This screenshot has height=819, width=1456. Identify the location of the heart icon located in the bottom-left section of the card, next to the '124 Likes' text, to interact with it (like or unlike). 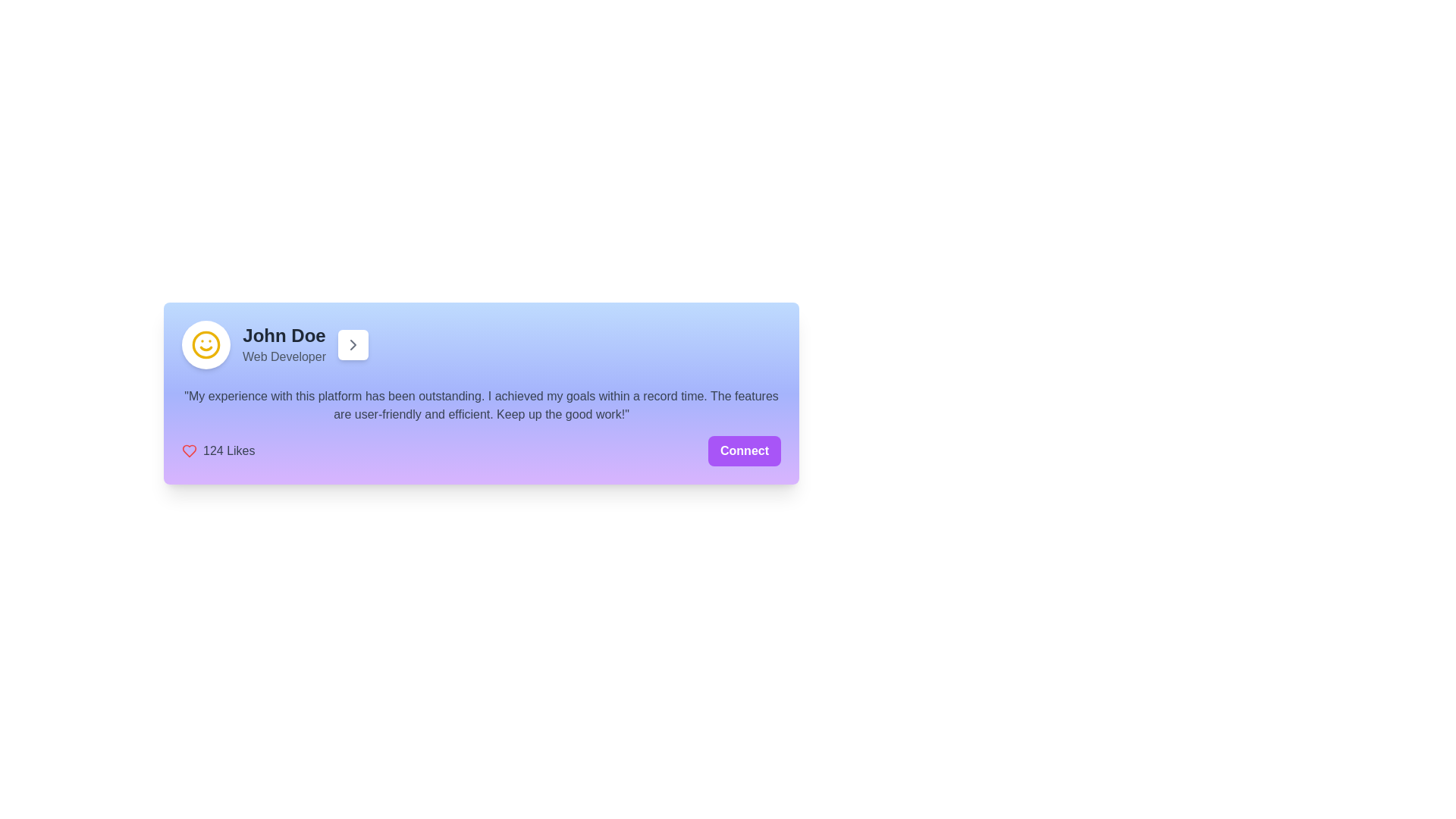
(188, 450).